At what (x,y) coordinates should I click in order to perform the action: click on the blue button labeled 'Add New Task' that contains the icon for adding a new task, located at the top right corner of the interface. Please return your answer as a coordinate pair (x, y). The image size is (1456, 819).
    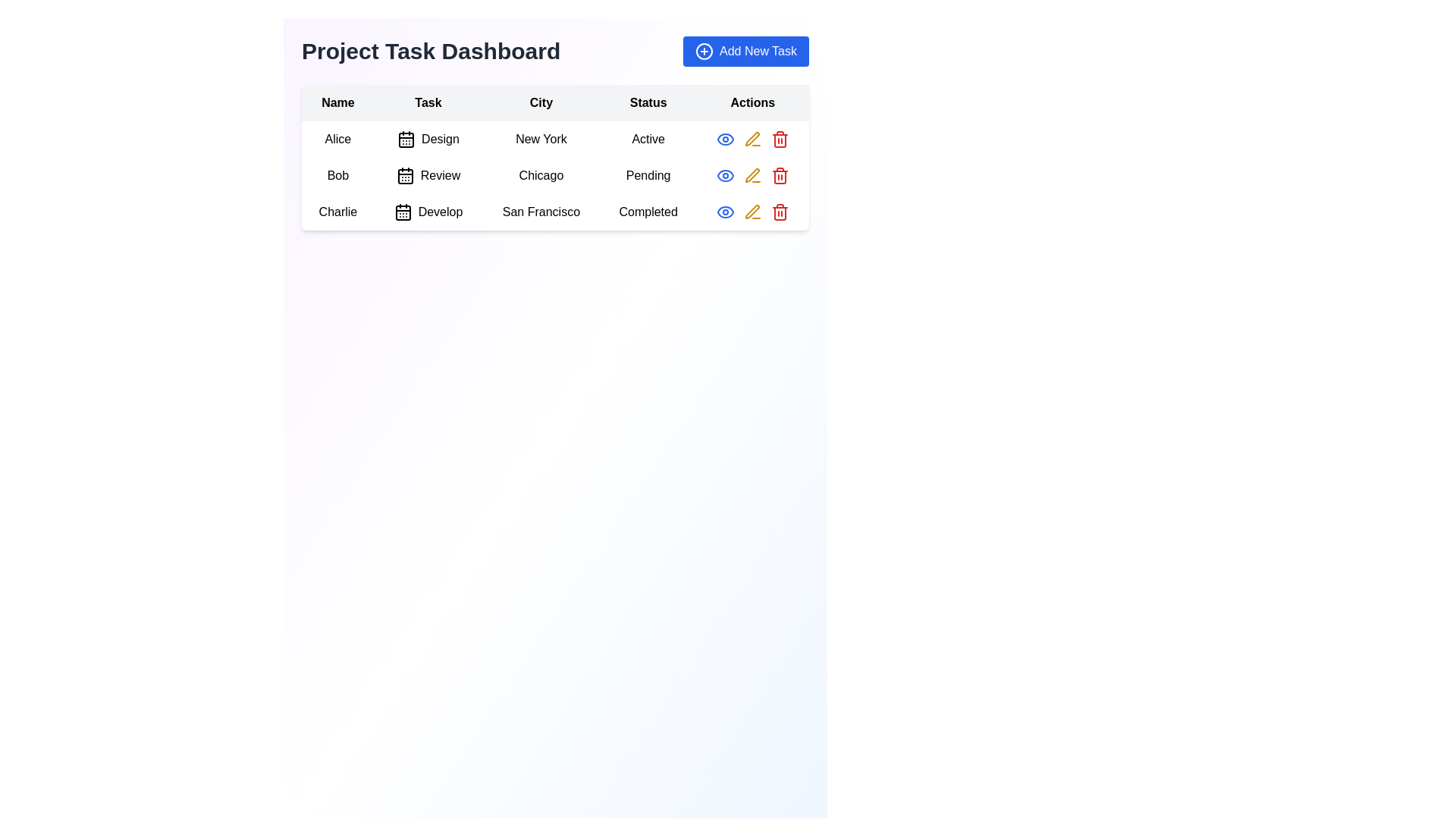
    Looking at the image, I should click on (704, 51).